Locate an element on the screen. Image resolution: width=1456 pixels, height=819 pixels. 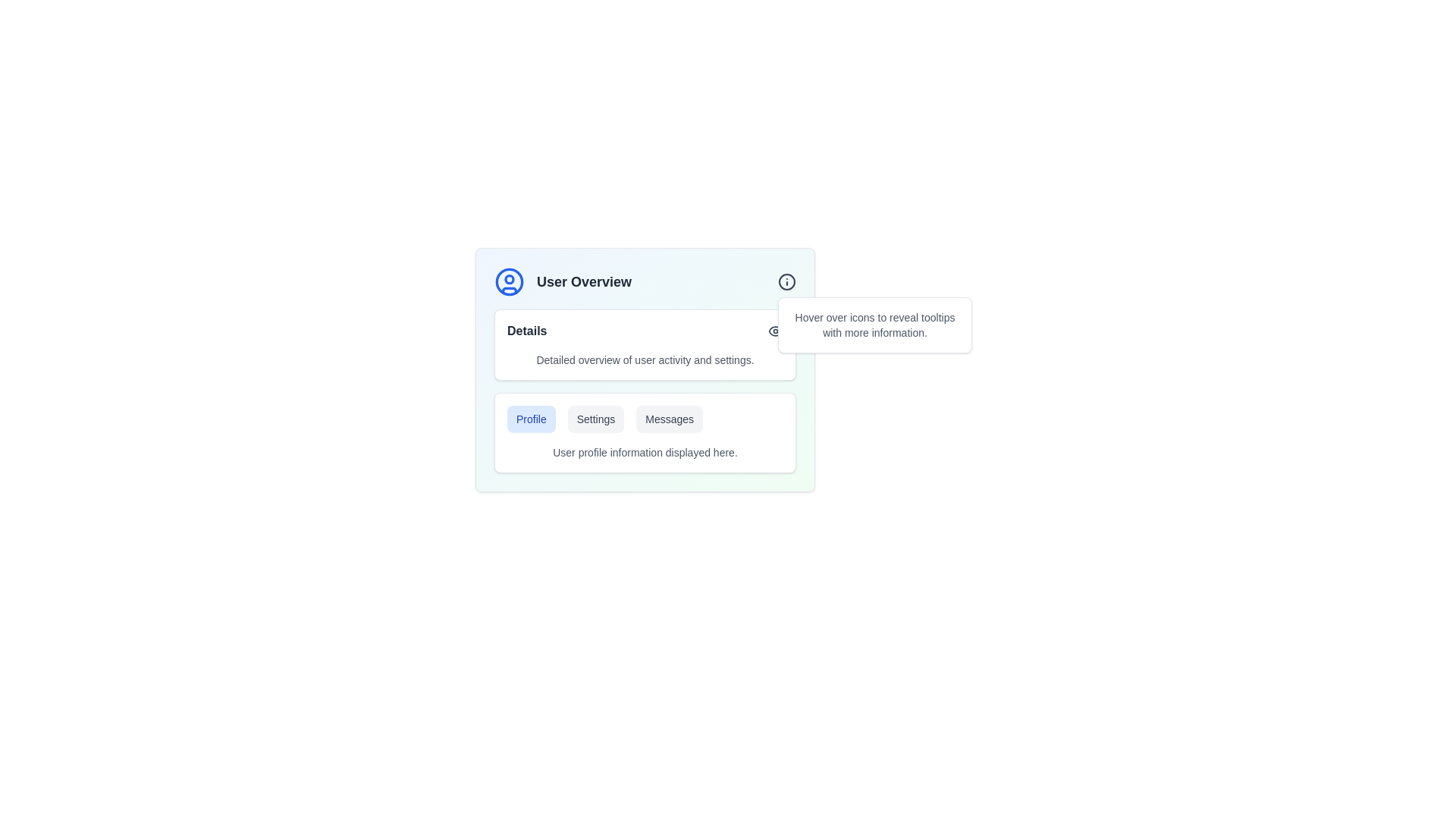
the small circular outline within the user avatar graphic, positioned near the top of the avatar on the left side of the 'User Overview' card is located at coordinates (510, 278).